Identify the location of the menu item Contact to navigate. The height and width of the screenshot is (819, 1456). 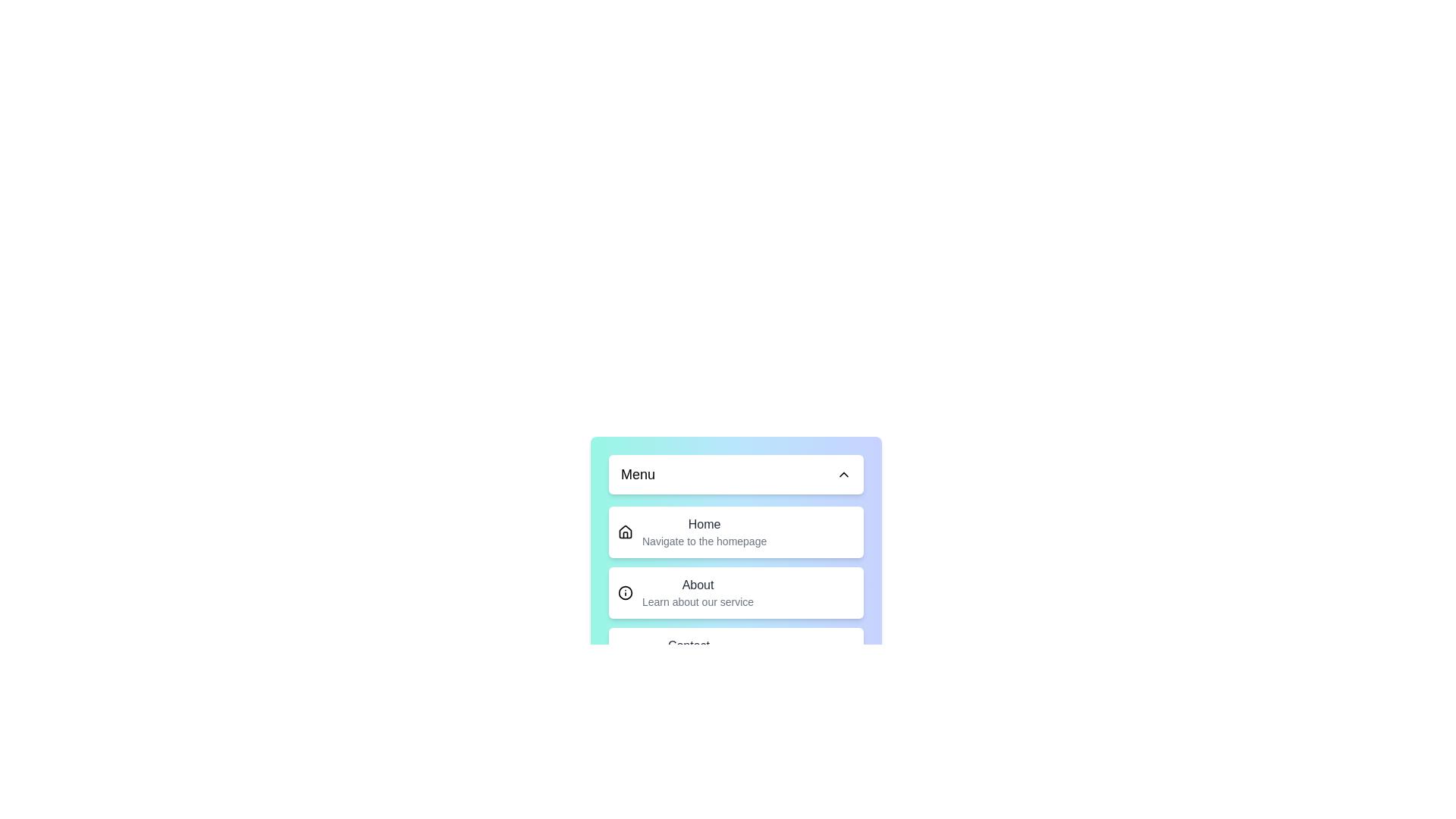
(736, 652).